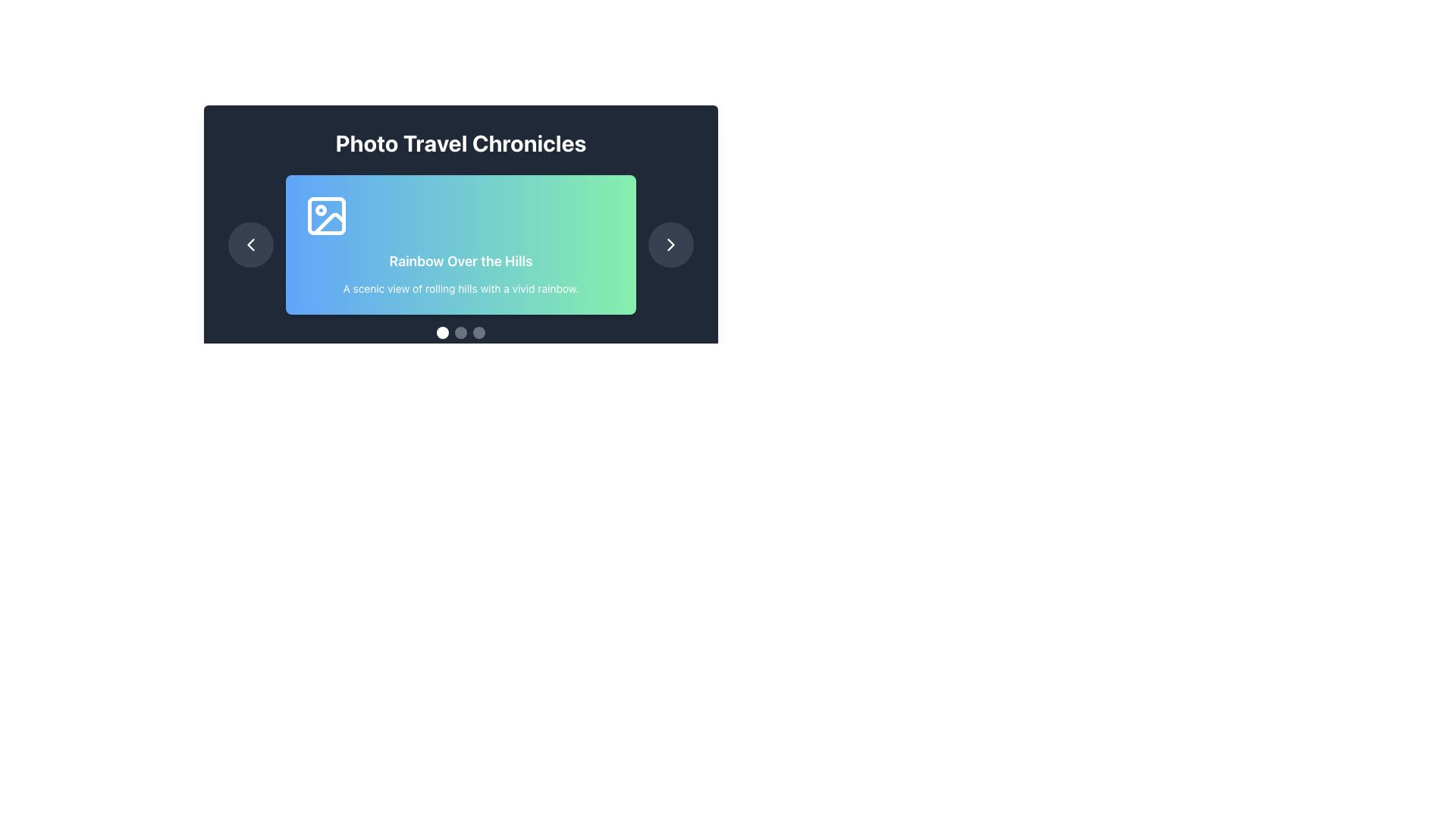 The image size is (1456, 819). What do you see at coordinates (251, 244) in the screenshot?
I see `the left-facing chevron icon within its circular button` at bounding box center [251, 244].